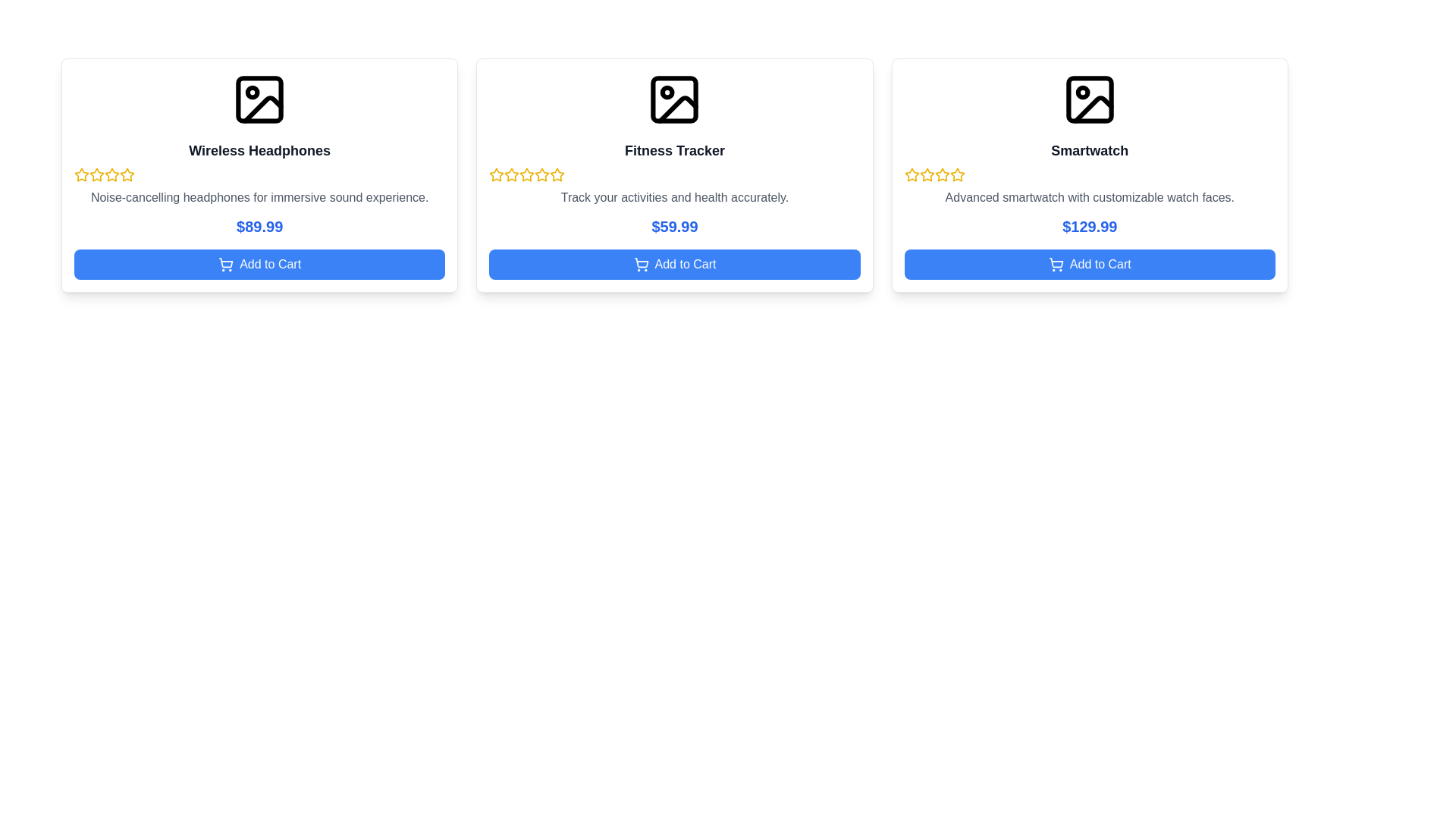 The width and height of the screenshot is (1456, 819). What do you see at coordinates (911, 174) in the screenshot?
I see `the first yellow star icon in the horizontal rating system for the Smartwatch product, located below the heading and above the product description` at bounding box center [911, 174].